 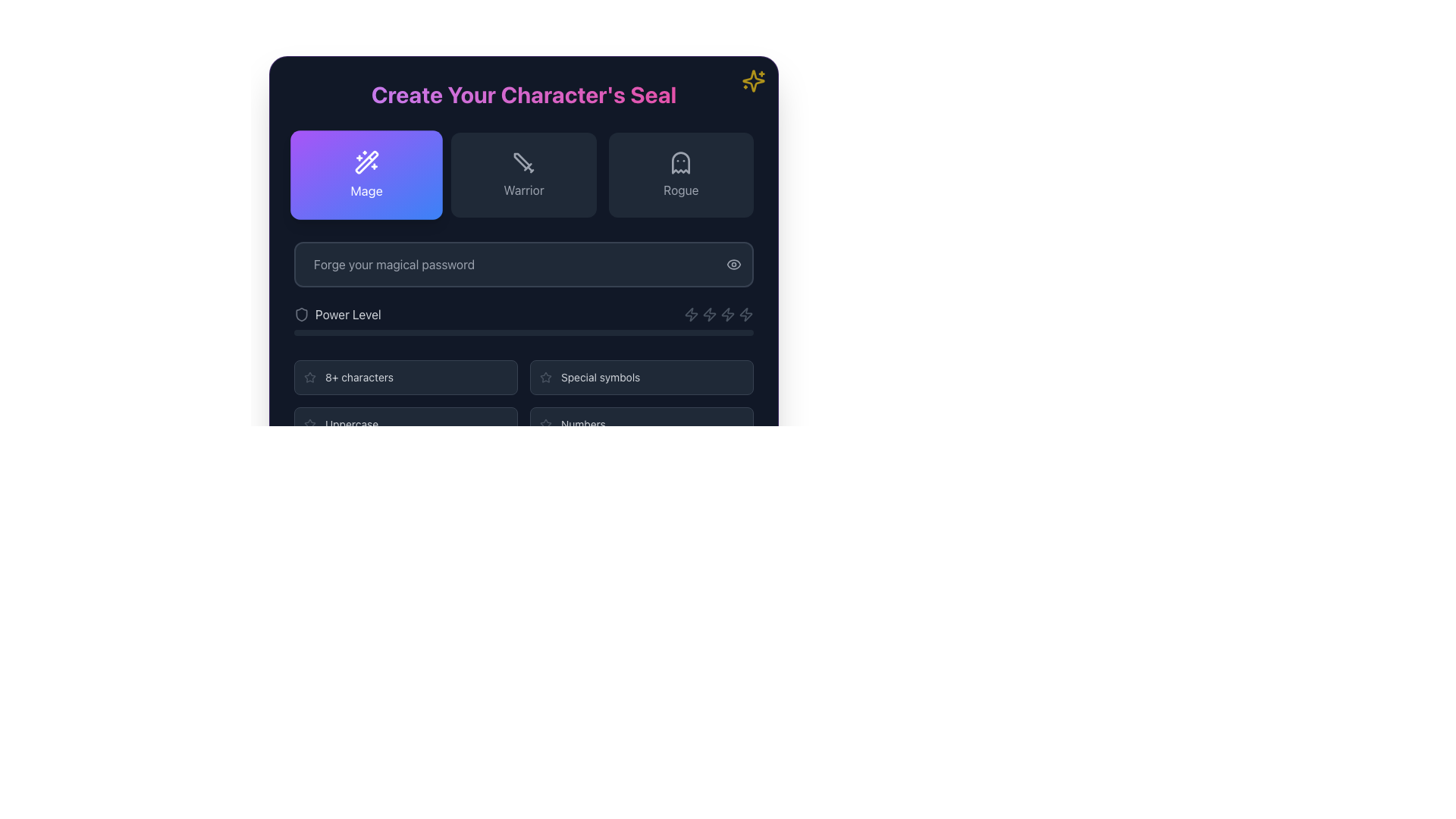 I want to click on the progress bar, so click(x=652, y=332).